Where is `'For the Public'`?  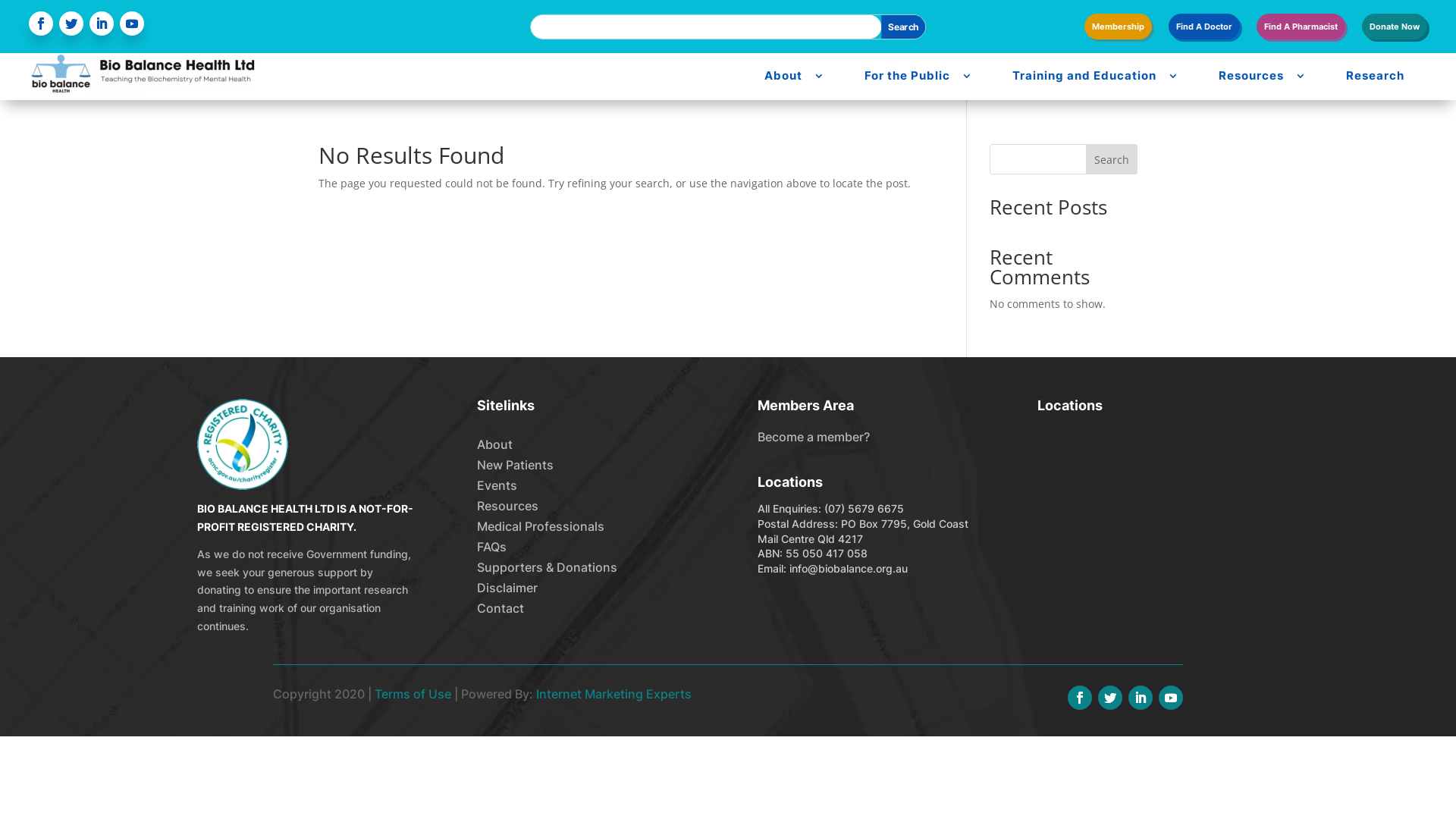
'For the Public' is located at coordinates (907, 76).